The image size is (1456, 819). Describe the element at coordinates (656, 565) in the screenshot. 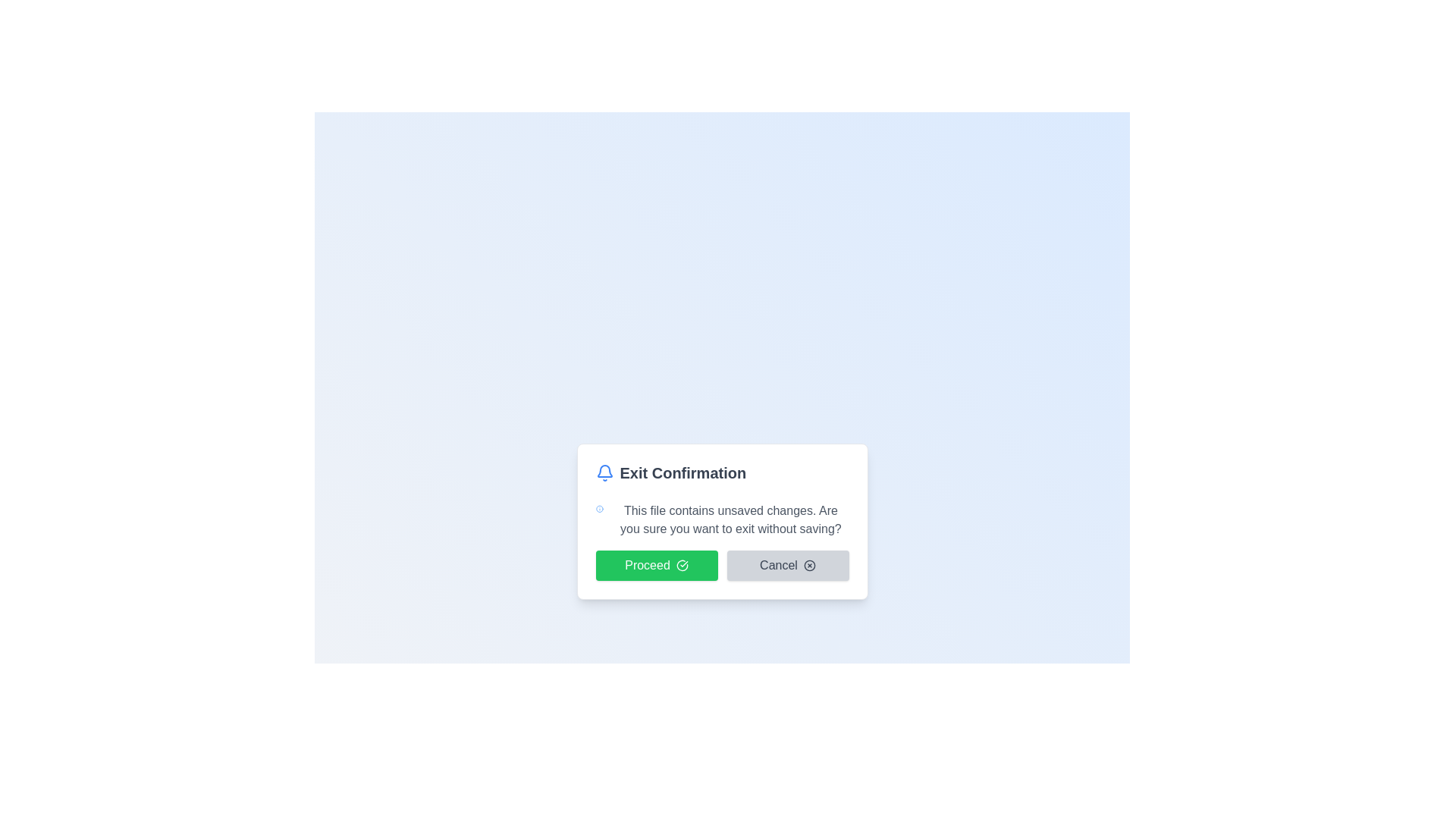

I see `the green 'Proceed' button located at the bottom center of the modal, which is the first button in a sequence of two buttons, to confirm the action` at that location.